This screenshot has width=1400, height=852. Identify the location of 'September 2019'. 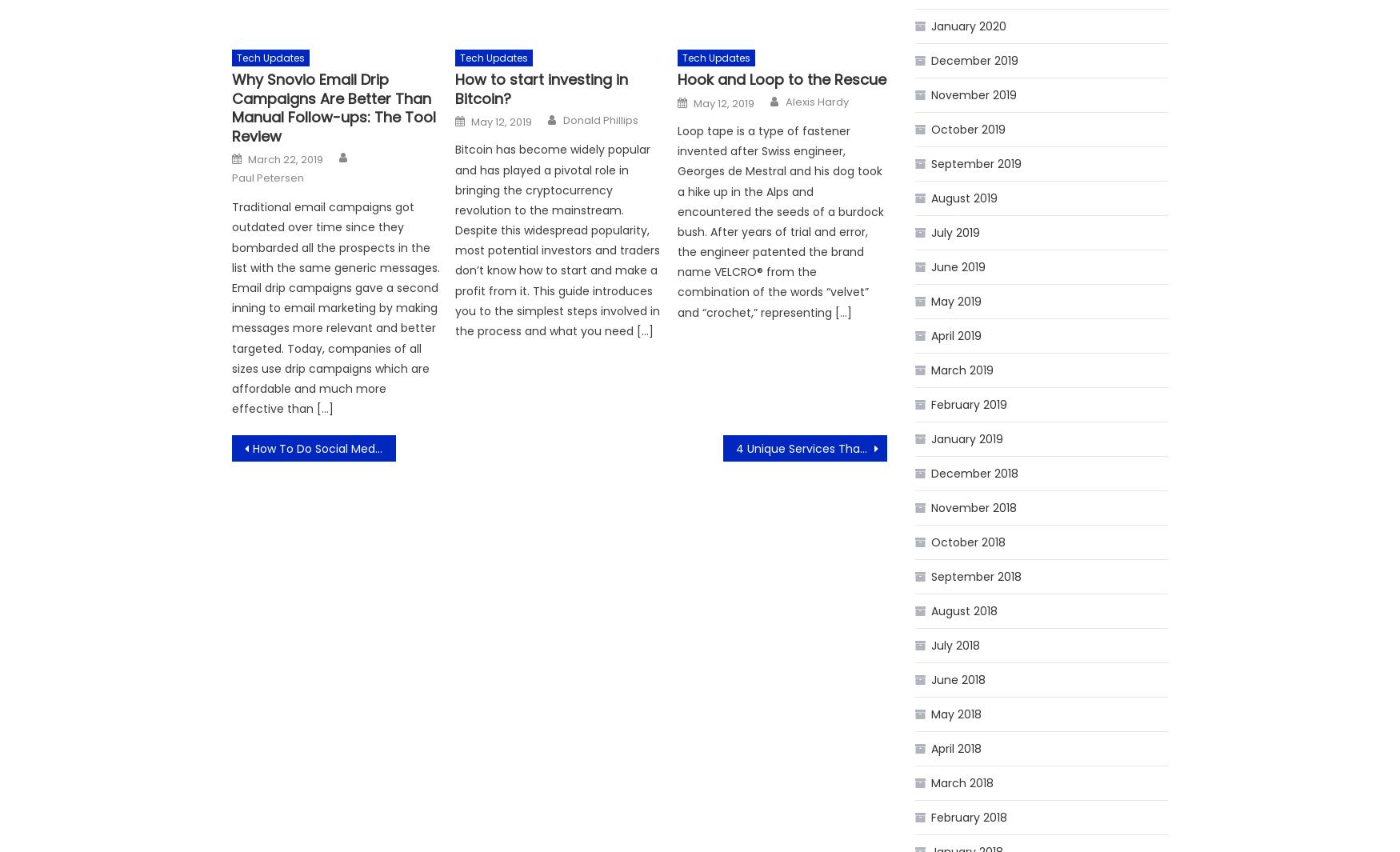
(976, 163).